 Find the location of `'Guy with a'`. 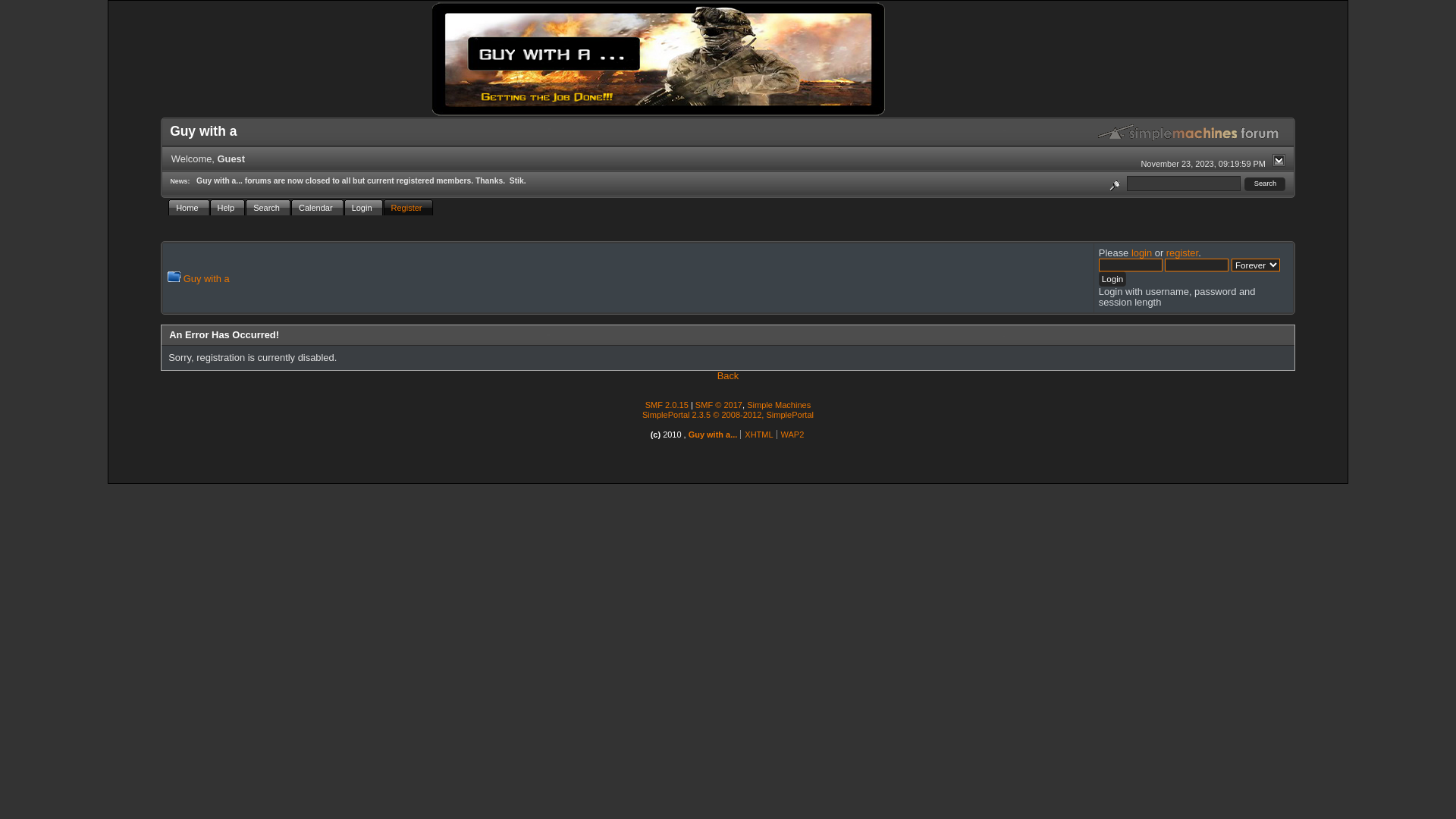

'Guy with a' is located at coordinates (206, 278).